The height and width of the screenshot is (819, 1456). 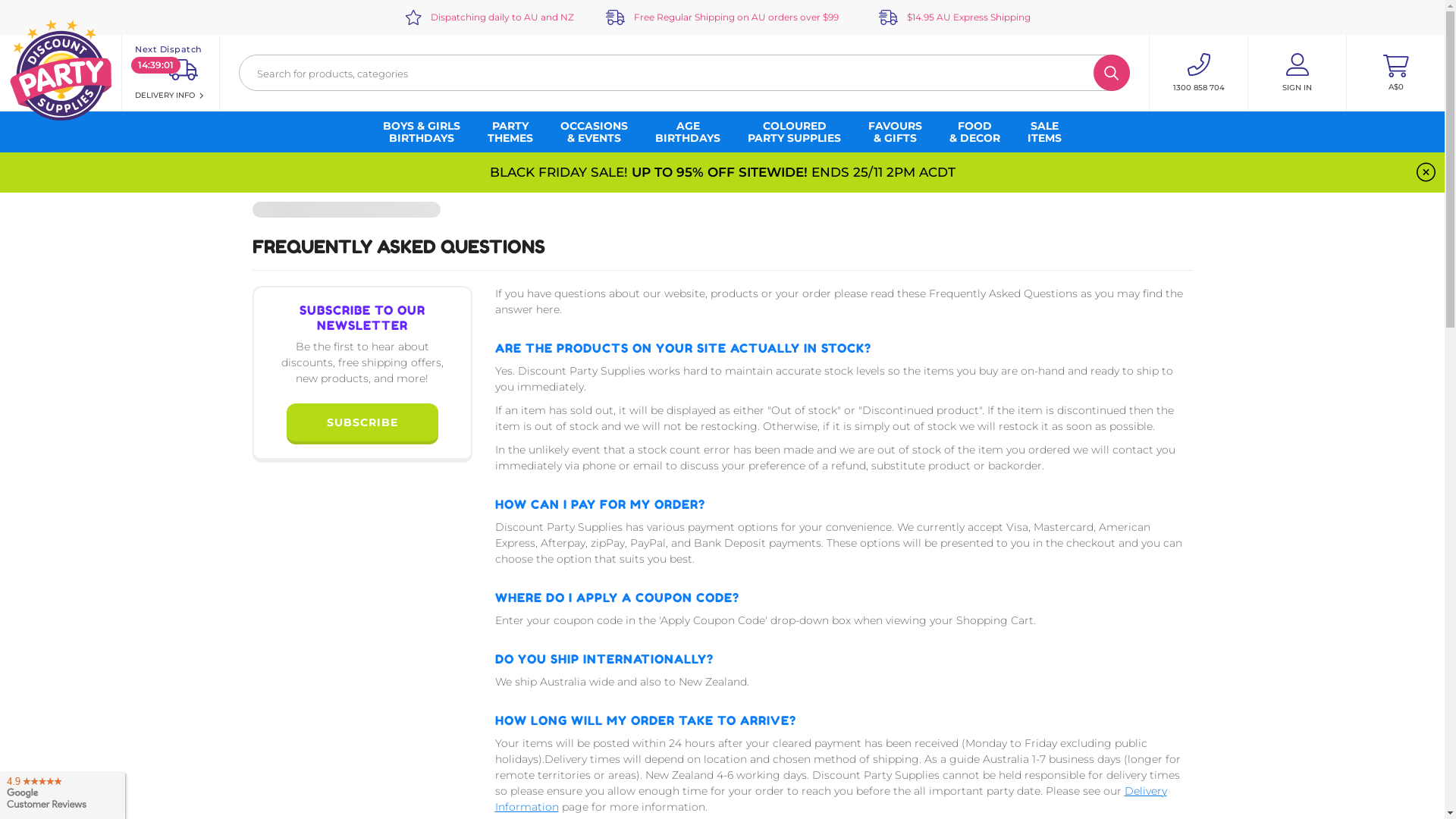 What do you see at coordinates (362, 423) in the screenshot?
I see `'SUBSCRIBE'` at bounding box center [362, 423].